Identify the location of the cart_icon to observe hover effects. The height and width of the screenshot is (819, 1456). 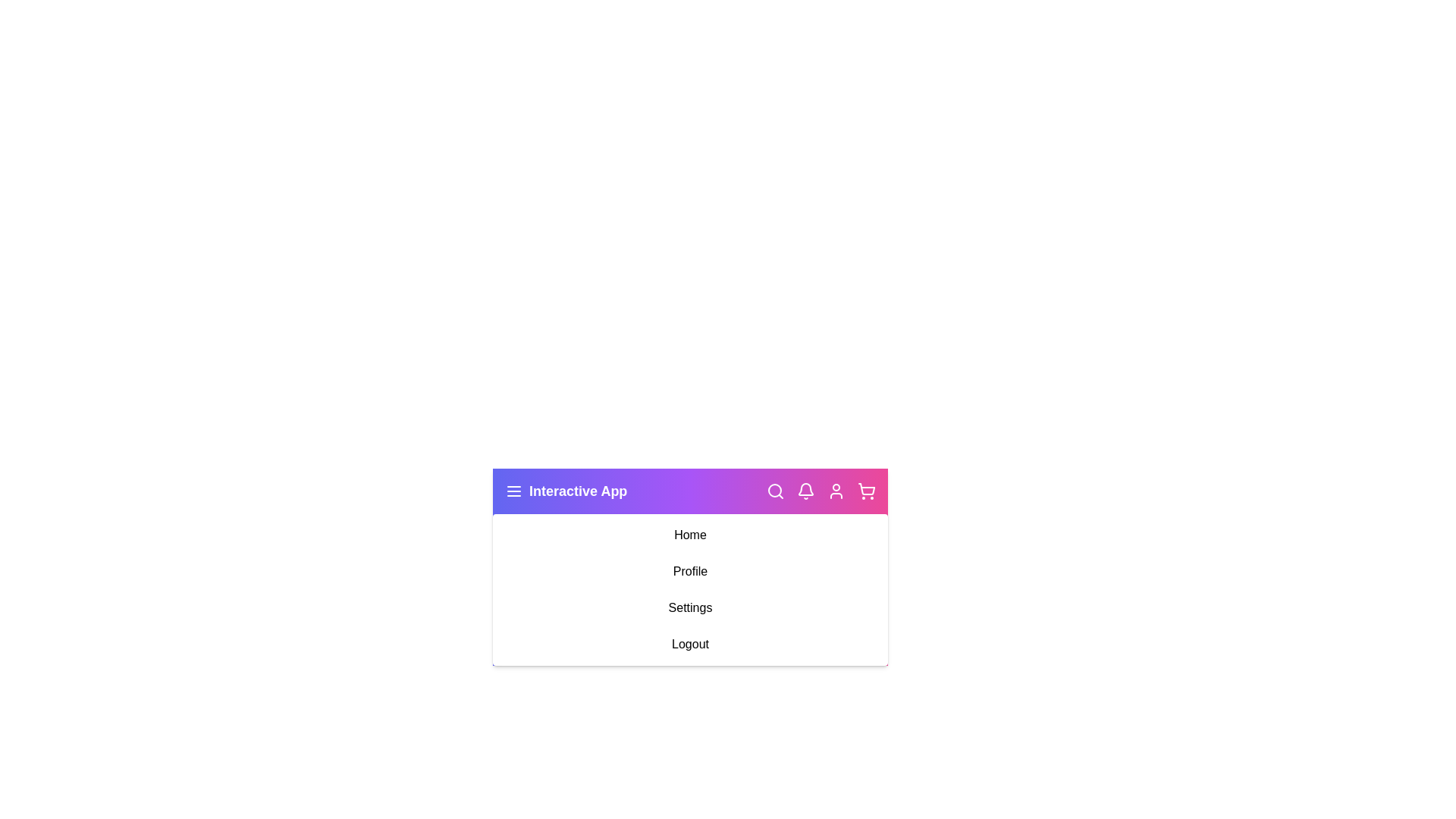
(866, 491).